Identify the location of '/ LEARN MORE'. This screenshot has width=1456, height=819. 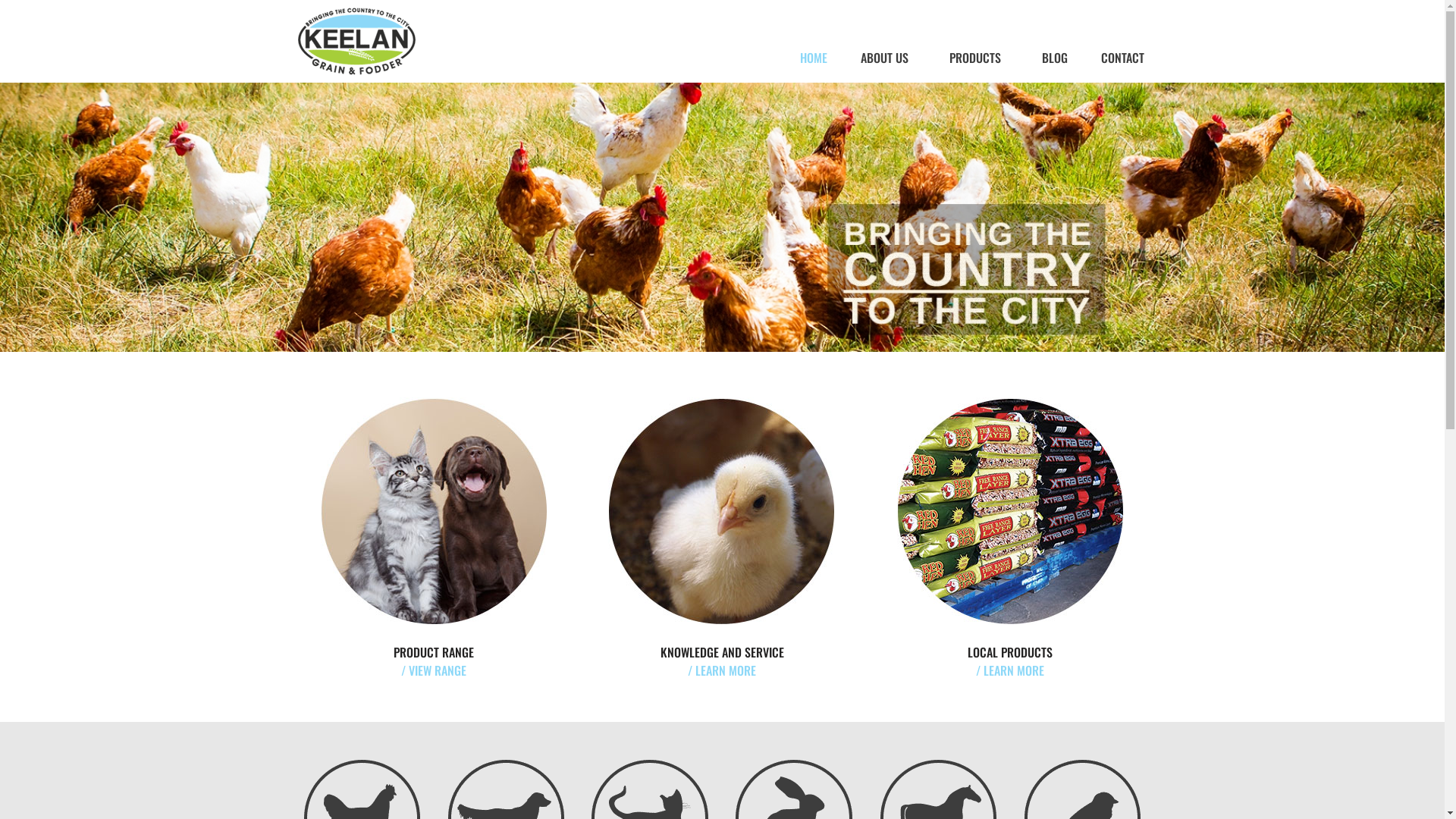
(720, 669).